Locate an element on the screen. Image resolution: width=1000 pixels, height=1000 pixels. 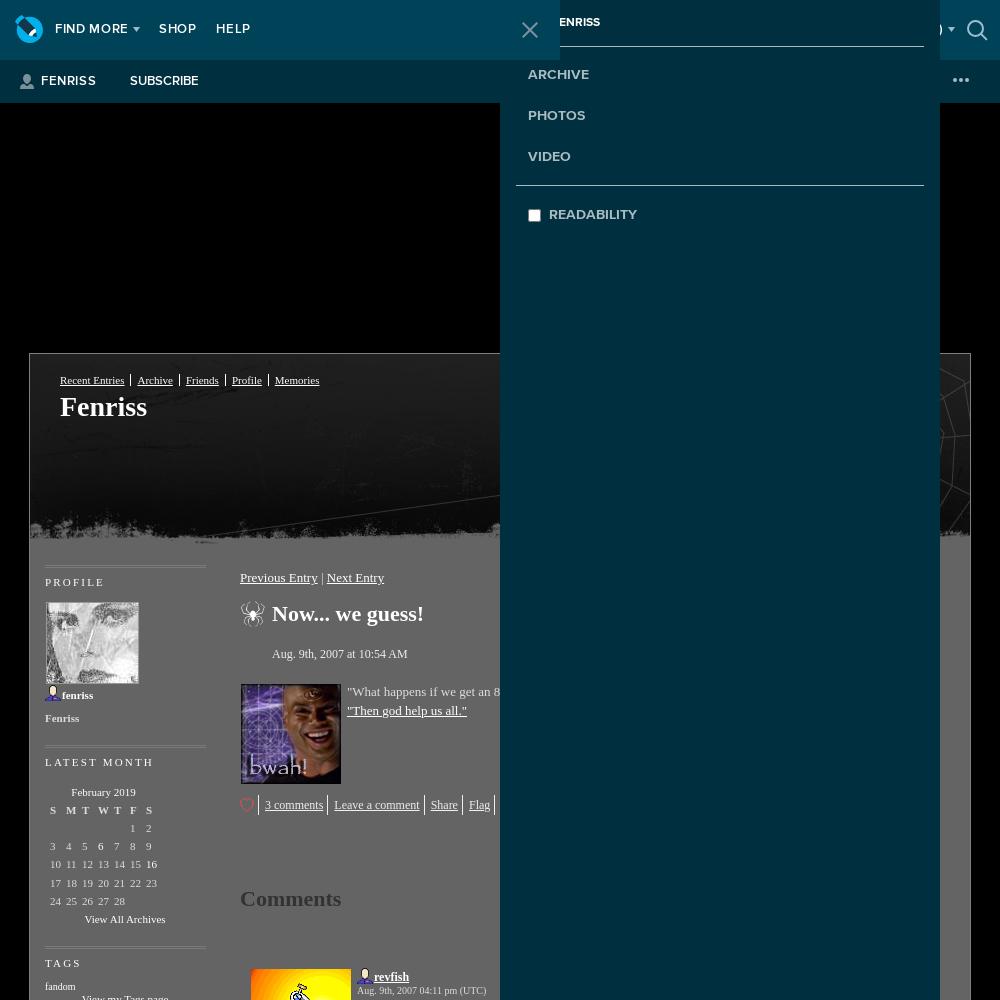
'6' is located at coordinates (99, 845).